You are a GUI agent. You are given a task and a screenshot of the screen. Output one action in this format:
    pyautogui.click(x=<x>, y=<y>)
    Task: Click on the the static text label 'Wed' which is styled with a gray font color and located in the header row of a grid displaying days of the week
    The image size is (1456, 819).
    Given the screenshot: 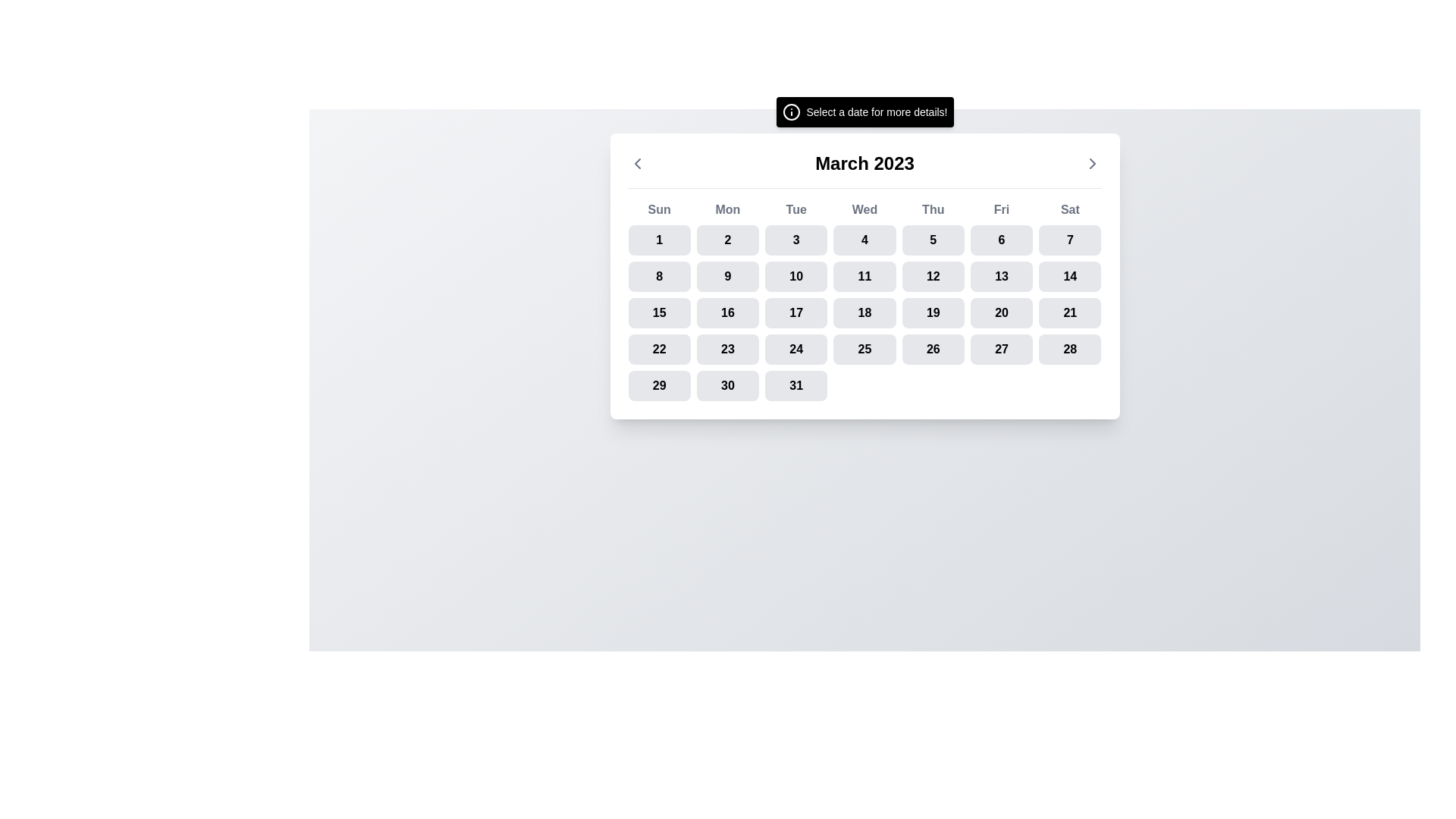 What is the action you would take?
    pyautogui.click(x=864, y=210)
    